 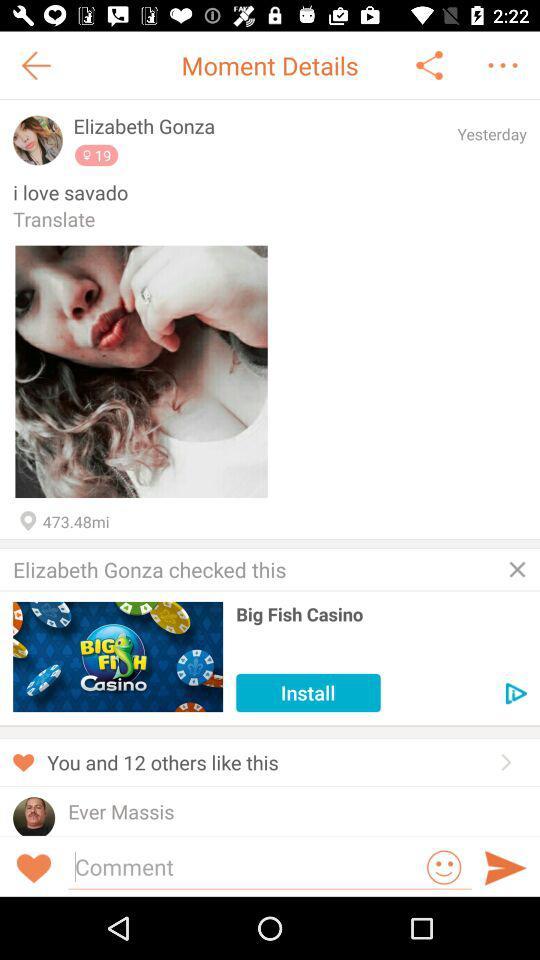 What do you see at coordinates (516, 693) in the screenshot?
I see `move to next` at bounding box center [516, 693].